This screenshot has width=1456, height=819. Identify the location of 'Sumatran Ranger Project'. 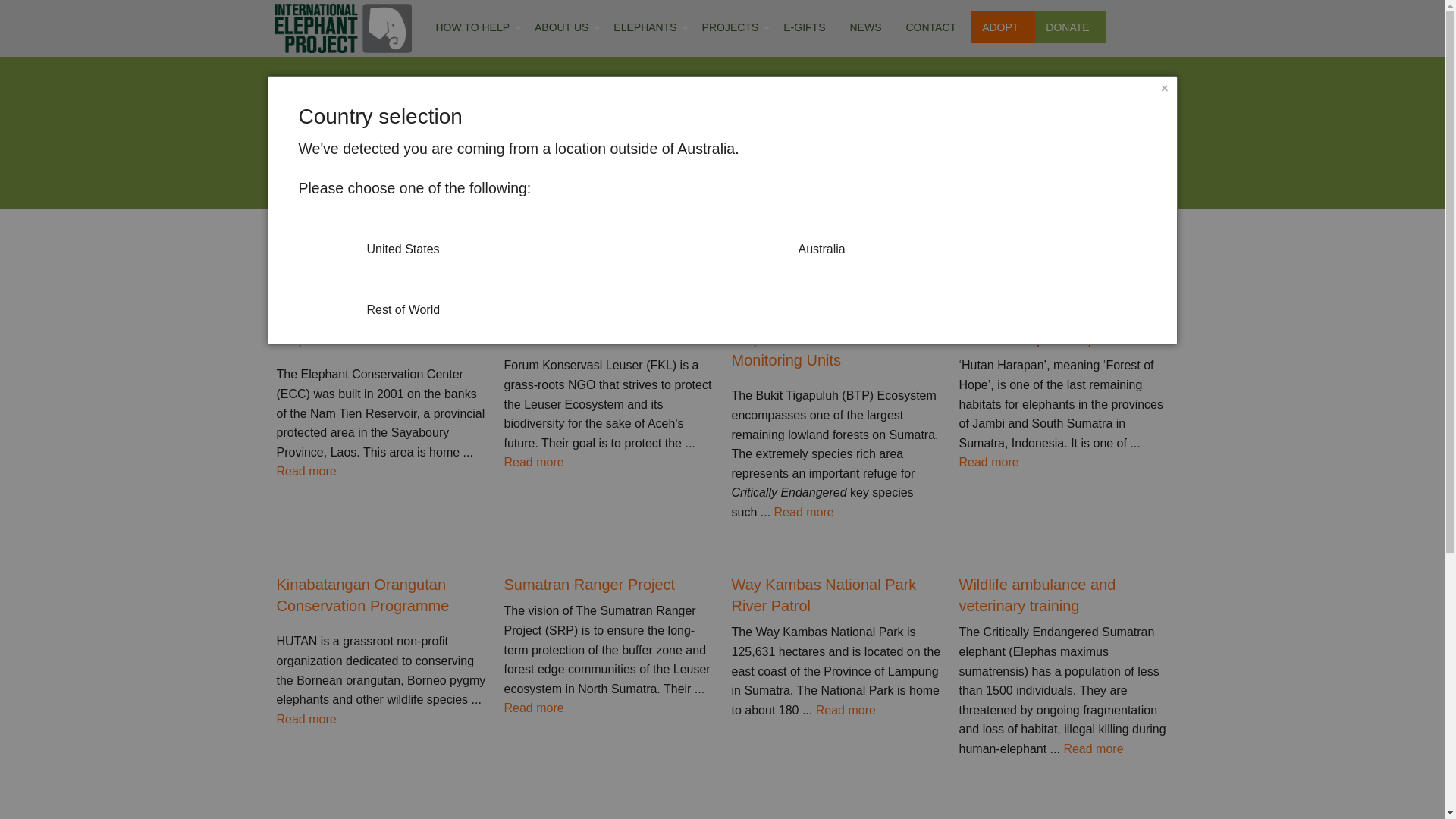
(607, 584).